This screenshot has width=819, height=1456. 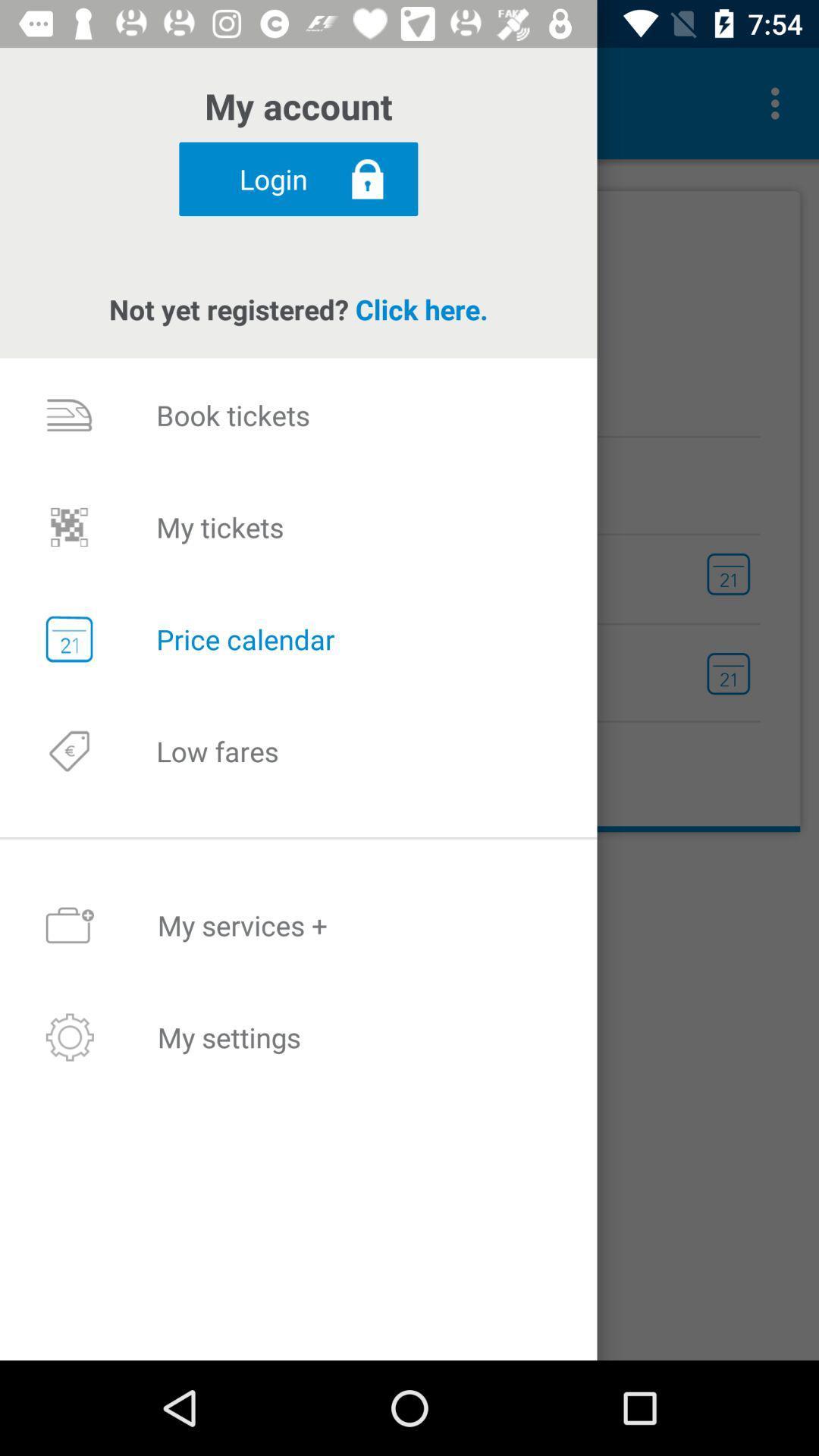 I want to click on login, so click(x=298, y=179).